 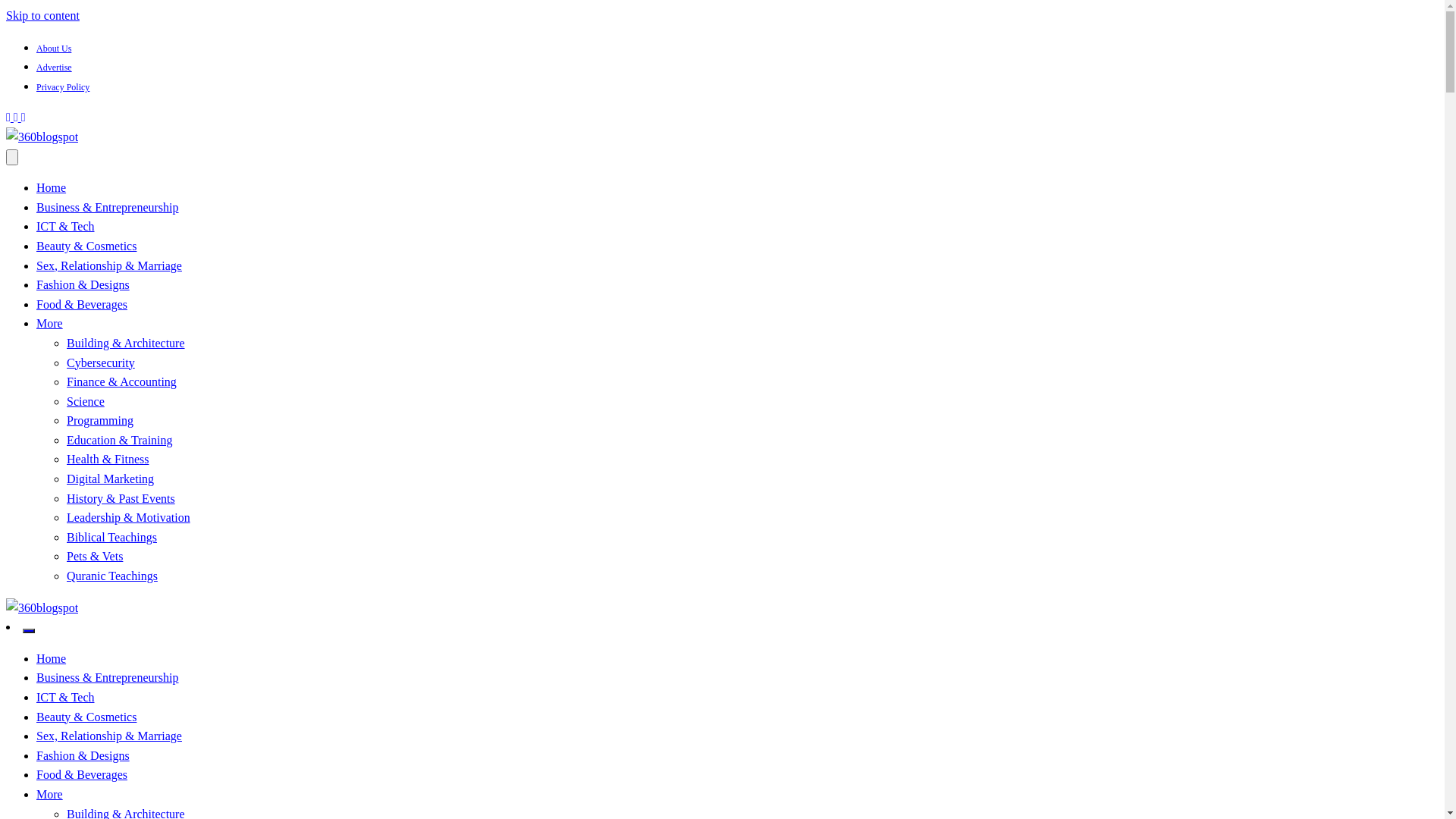 What do you see at coordinates (119, 440) in the screenshot?
I see `'Education & Training'` at bounding box center [119, 440].